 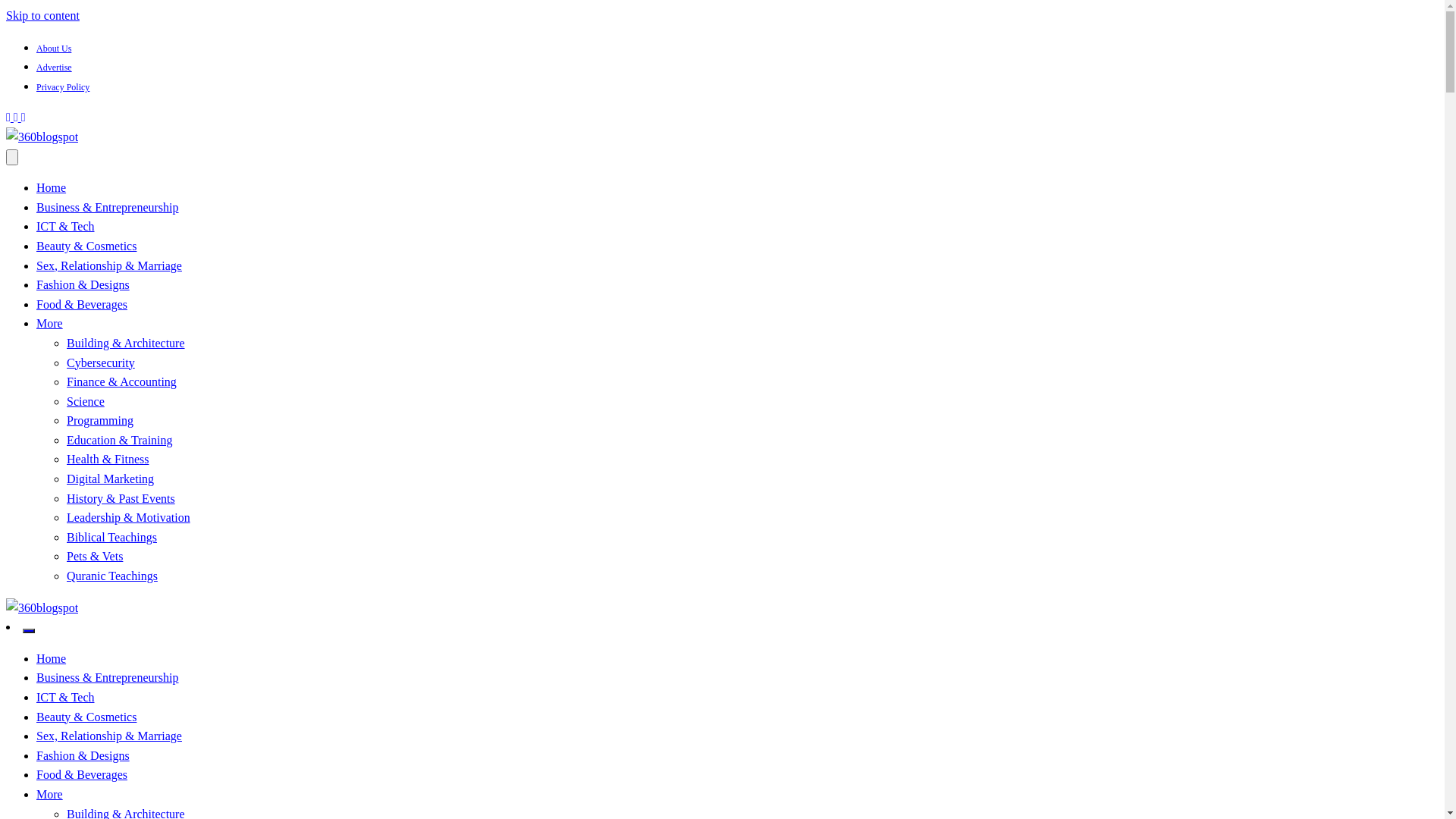 What do you see at coordinates (119, 440) in the screenshot?
I see `'Education & Training'` at bounding box center [119, 440].